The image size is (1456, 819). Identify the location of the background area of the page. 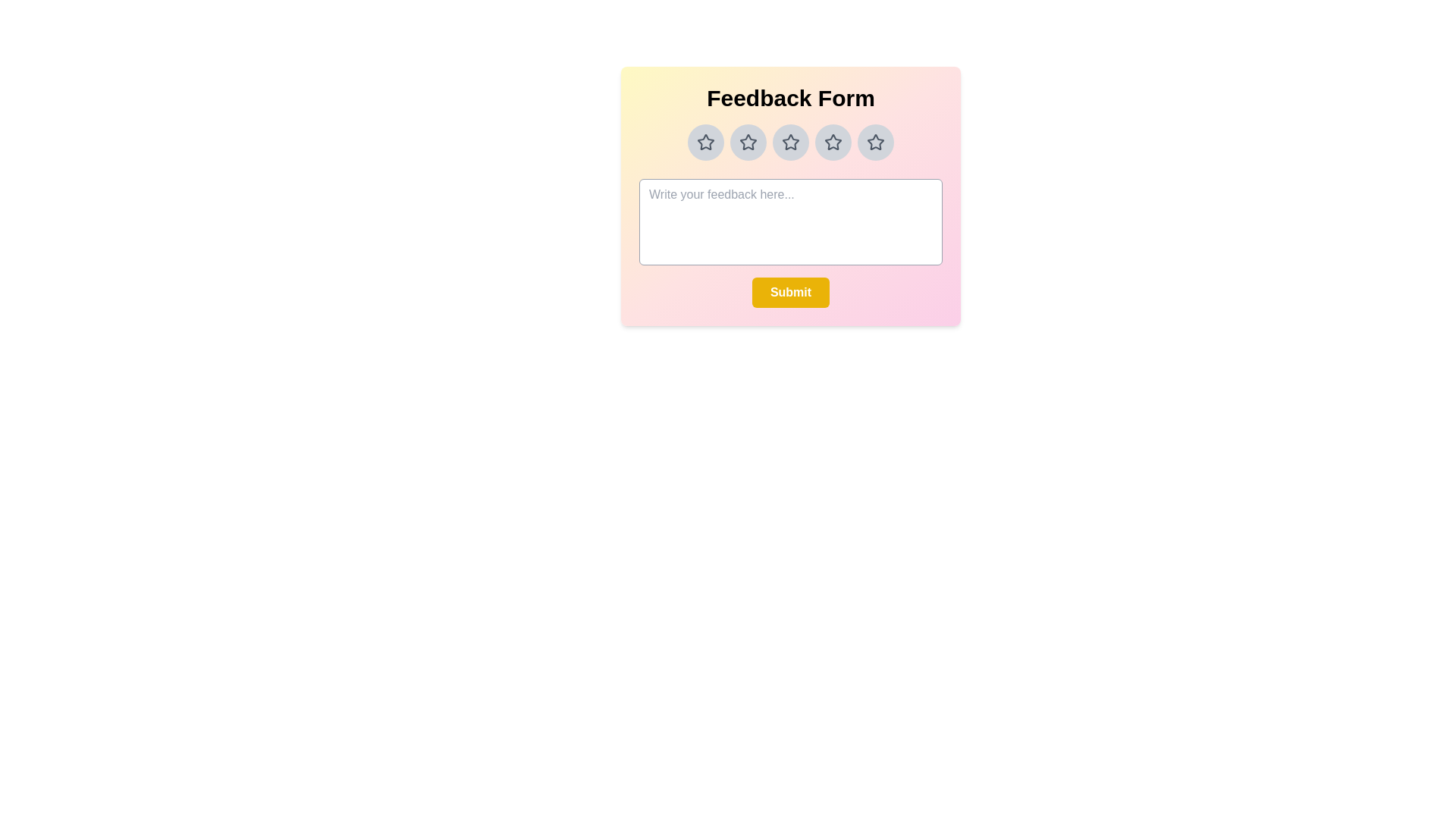
(582, 378).